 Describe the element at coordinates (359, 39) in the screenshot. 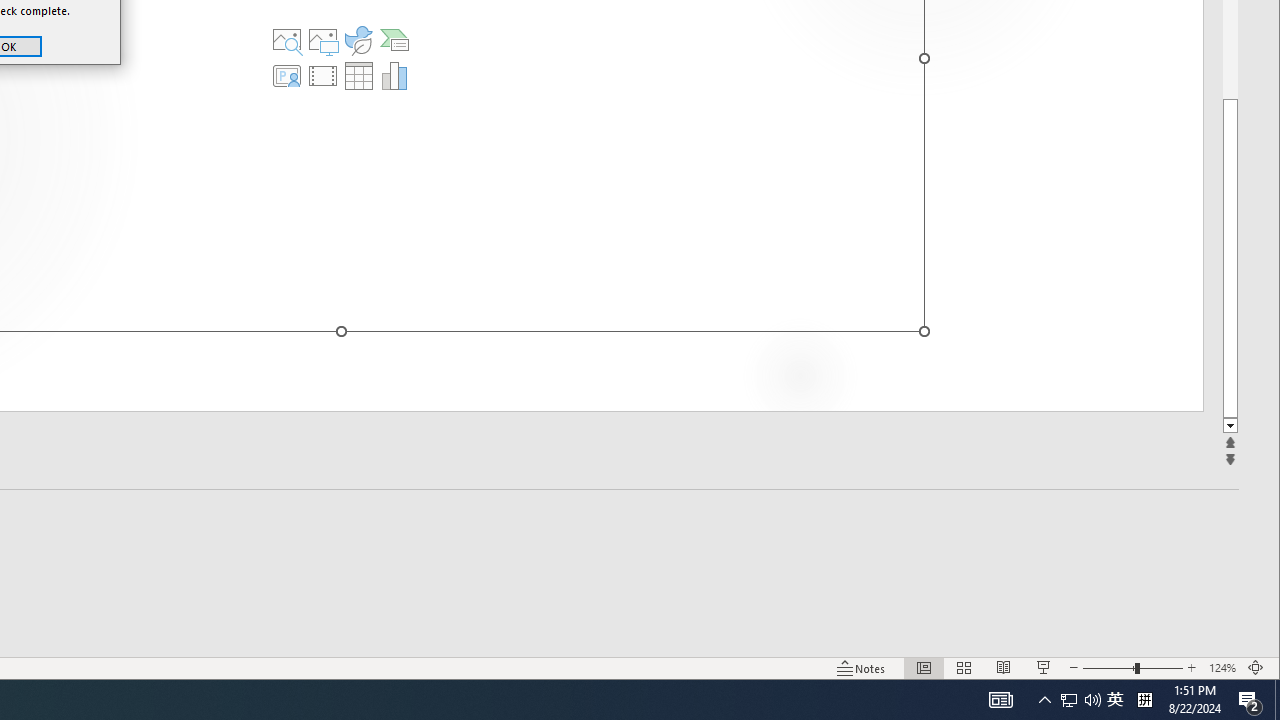

I see `'Insert an Icon'` at that location.